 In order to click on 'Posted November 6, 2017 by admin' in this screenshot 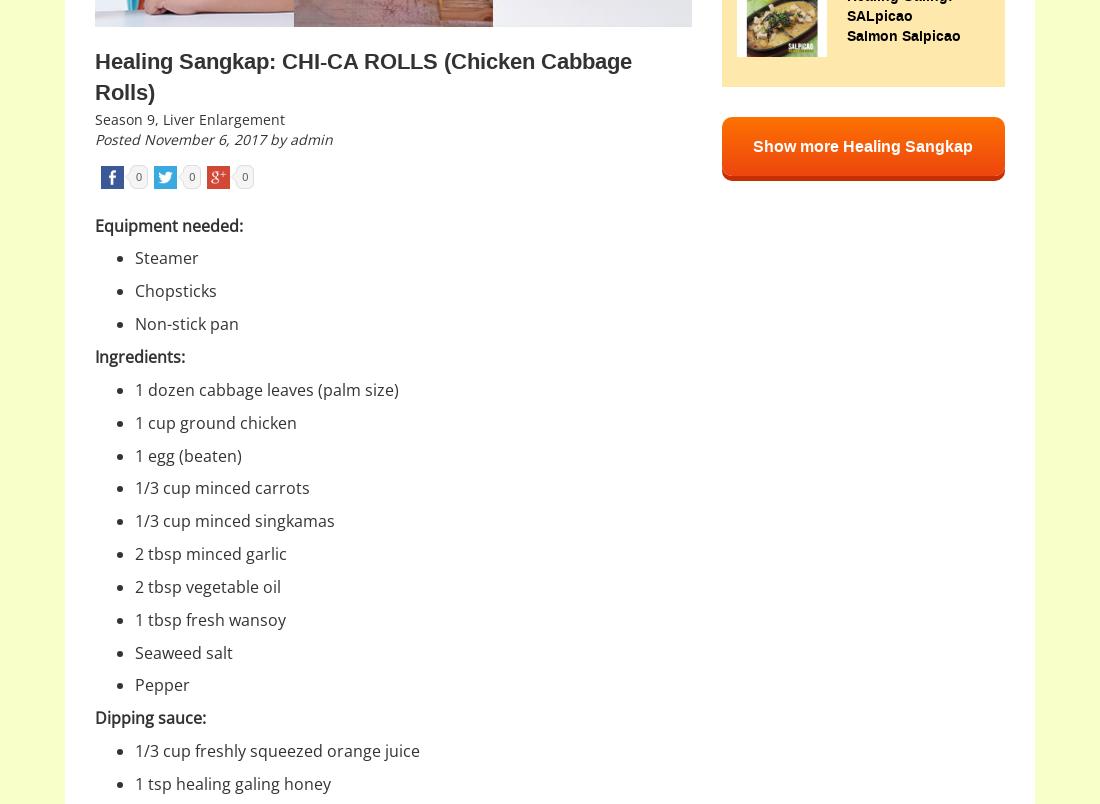, I will do `click(95, 138)`.